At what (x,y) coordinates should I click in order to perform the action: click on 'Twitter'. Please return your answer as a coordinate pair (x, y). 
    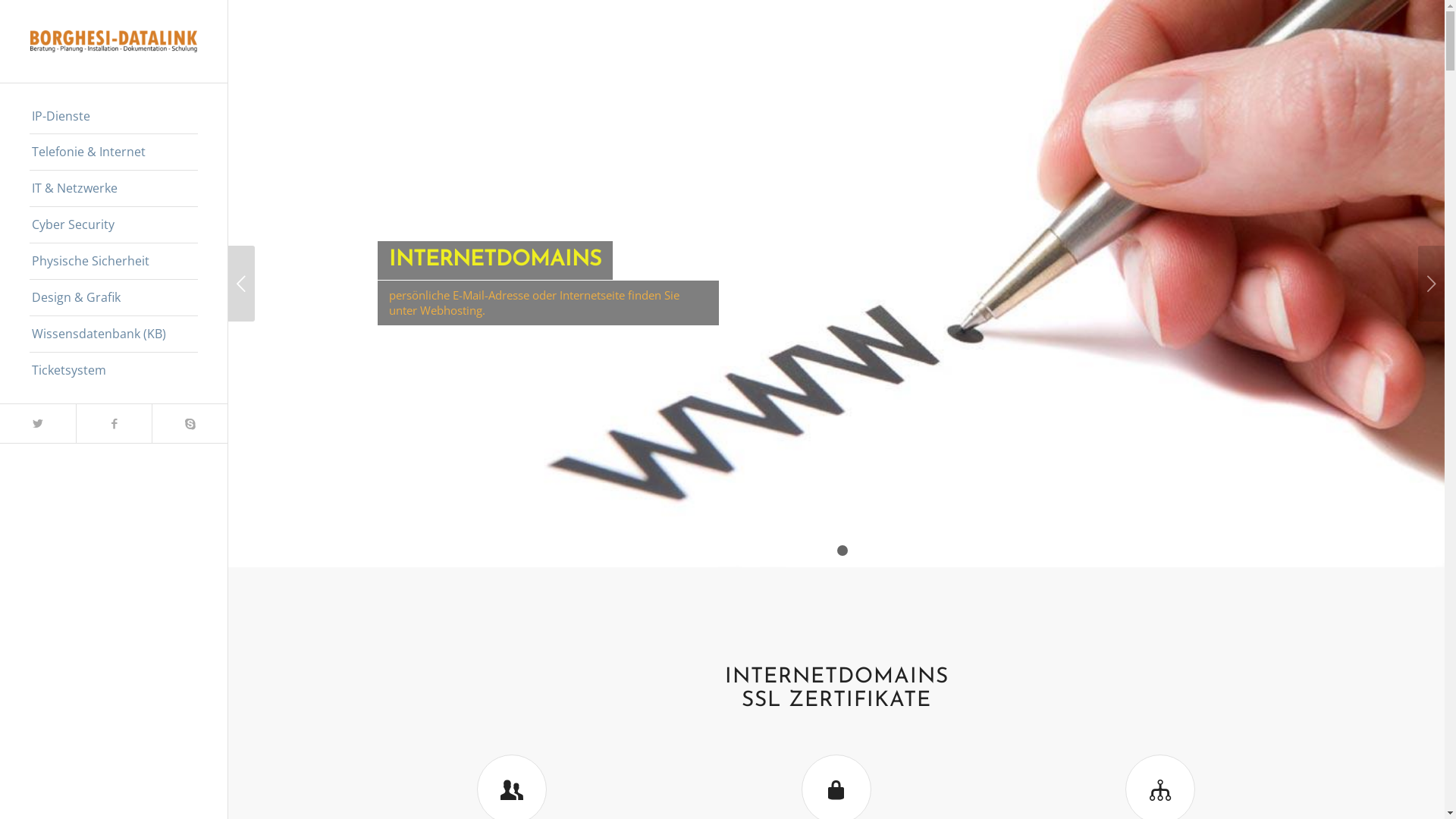
    Looking at the image, I should click on (37, 423).